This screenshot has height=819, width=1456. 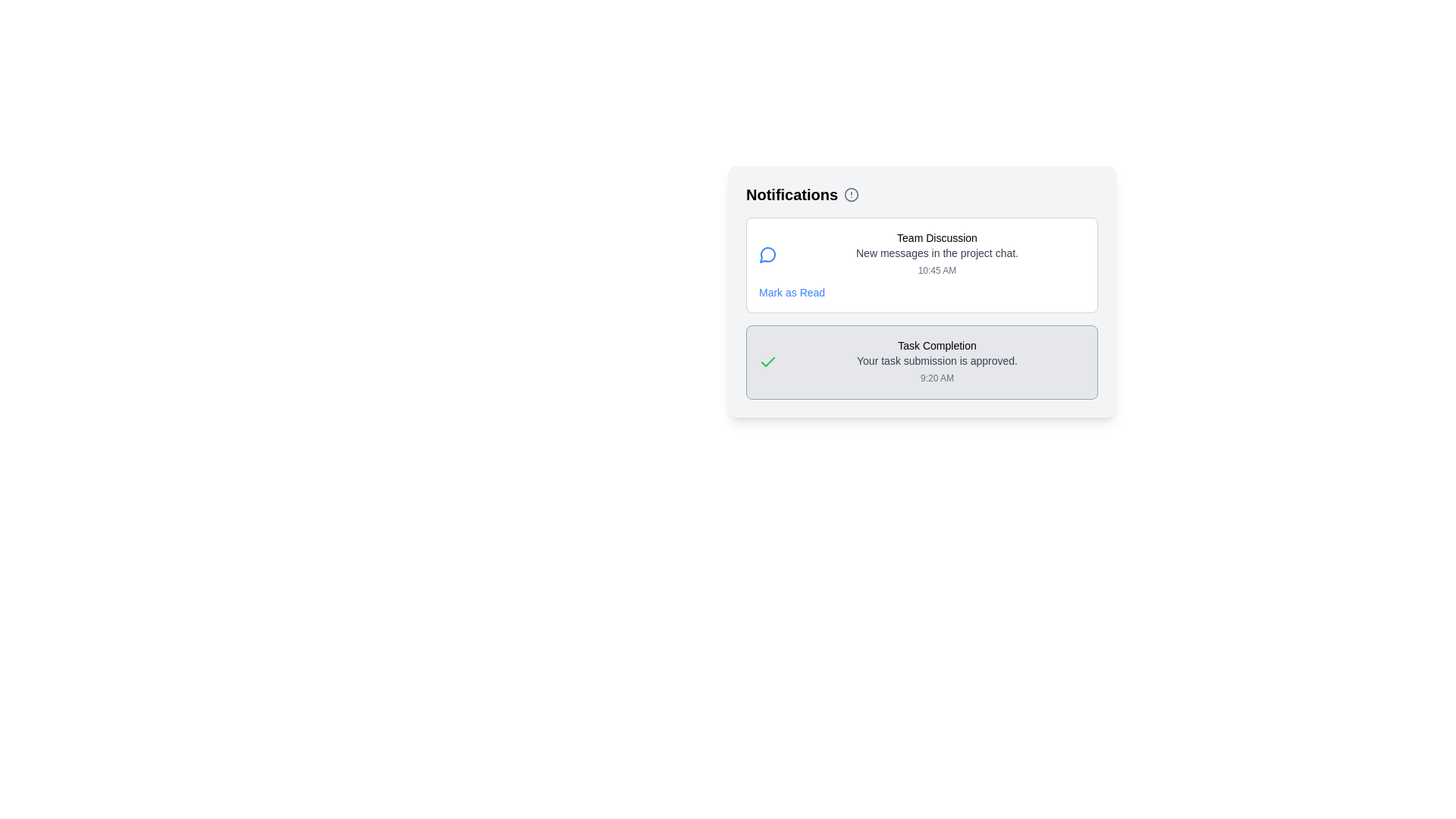 I want to click on timestamp displayed as '10:45 AM' in gray color at the bottom-right corner of the notification card titled 'Team Discussion', so click(x=936, y=270).